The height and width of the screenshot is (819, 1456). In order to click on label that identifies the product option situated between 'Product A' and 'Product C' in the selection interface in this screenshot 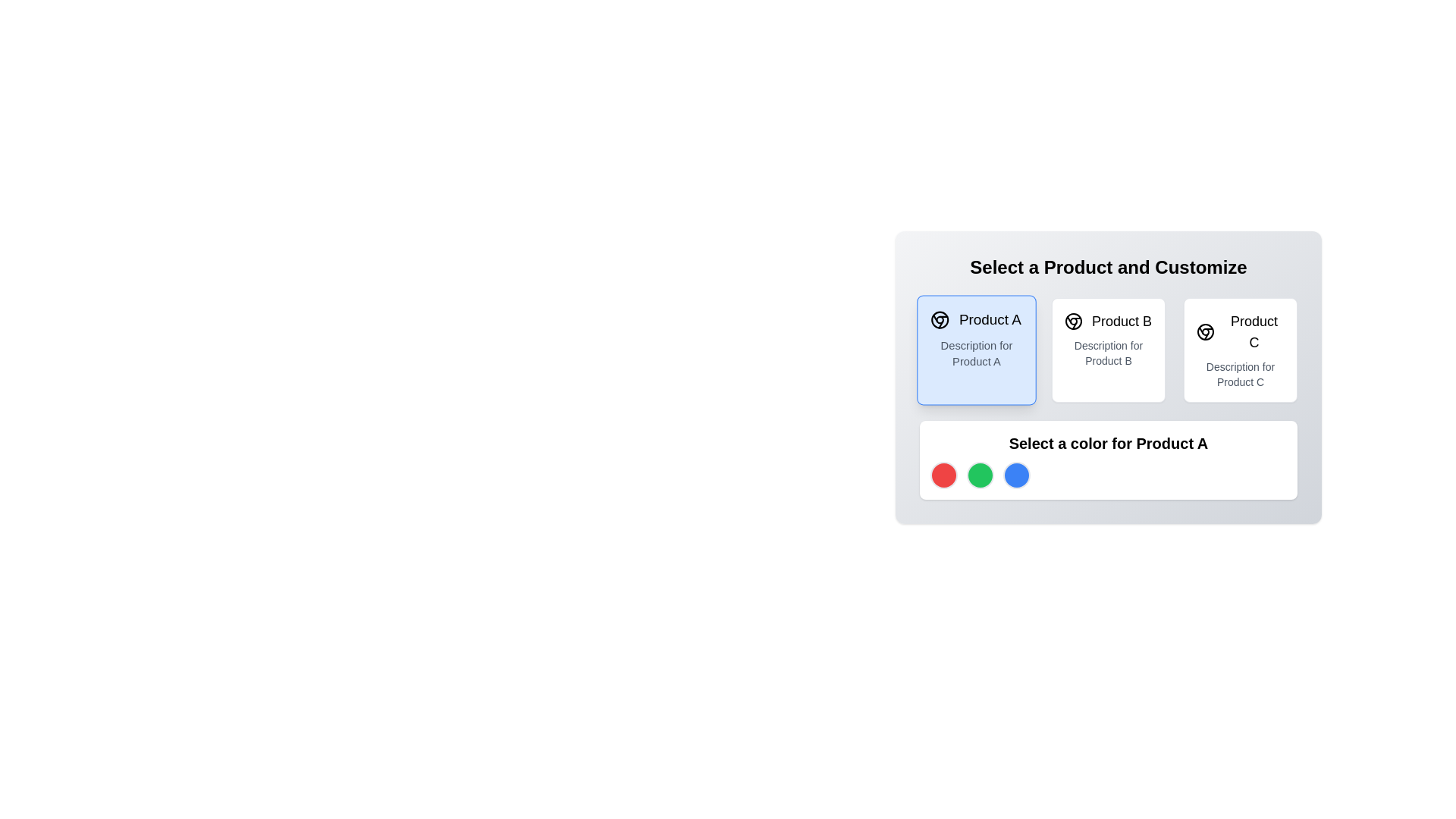, I will do `click(1109, 321)`.